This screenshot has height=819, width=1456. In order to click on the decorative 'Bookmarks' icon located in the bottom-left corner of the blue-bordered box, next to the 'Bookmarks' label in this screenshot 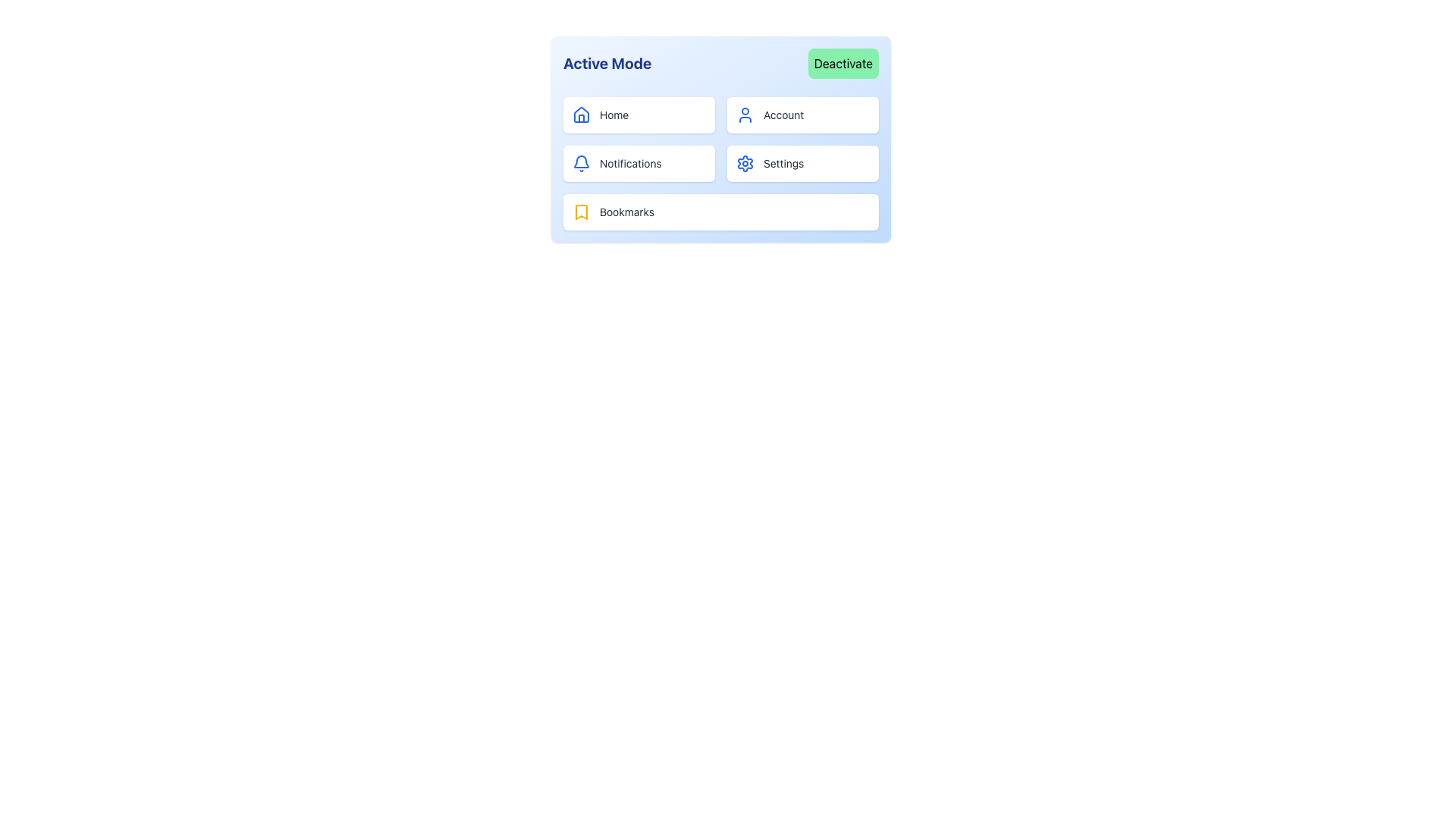, I will do `click(581, 212)`.